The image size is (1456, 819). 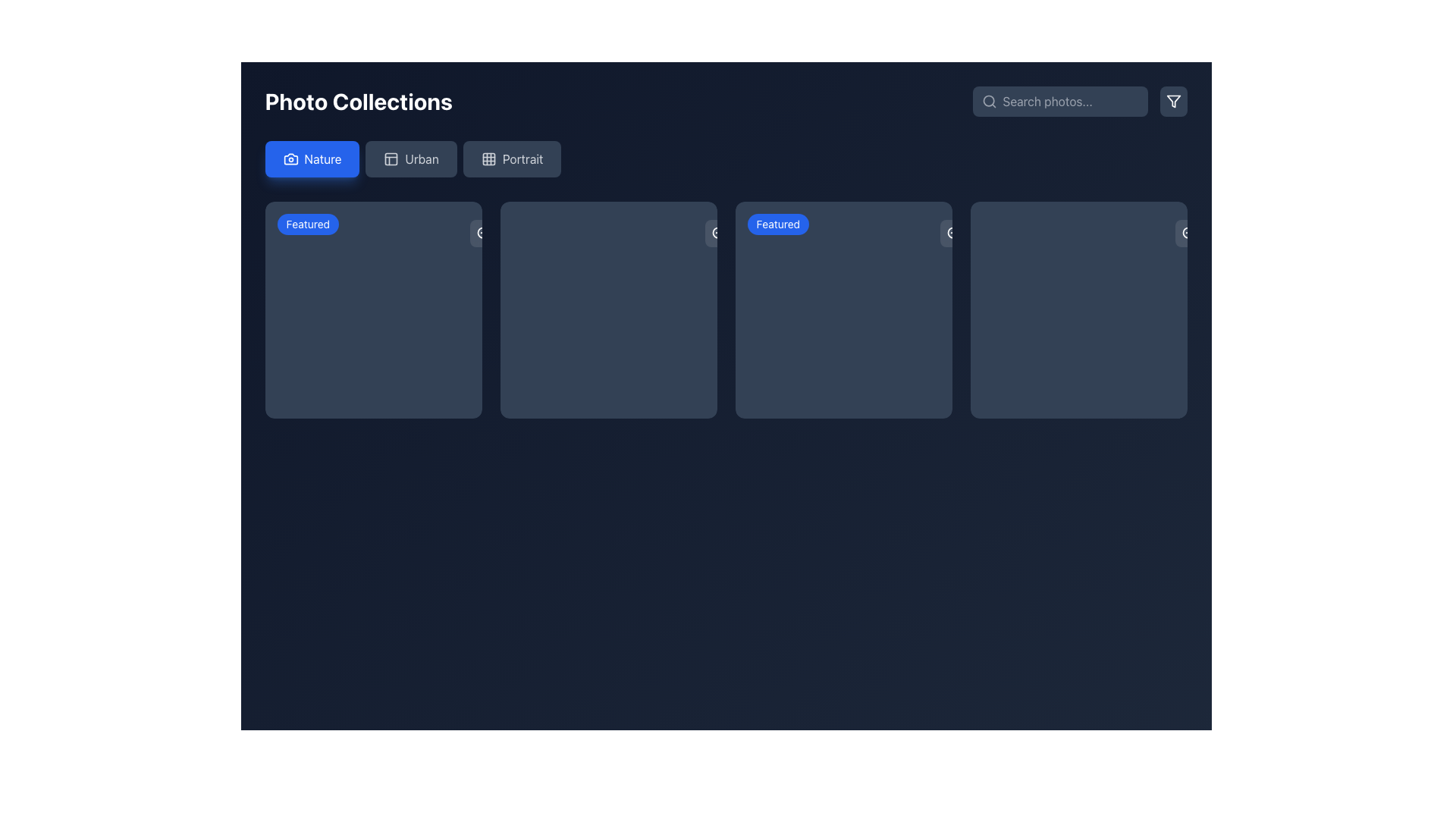 What do you see at coordinates (1079, 102) in the screenshot?
I see `the search input field within the Composite element that allows users to search and filter photo collections to type search queries` at bounding box center [1079, 102].